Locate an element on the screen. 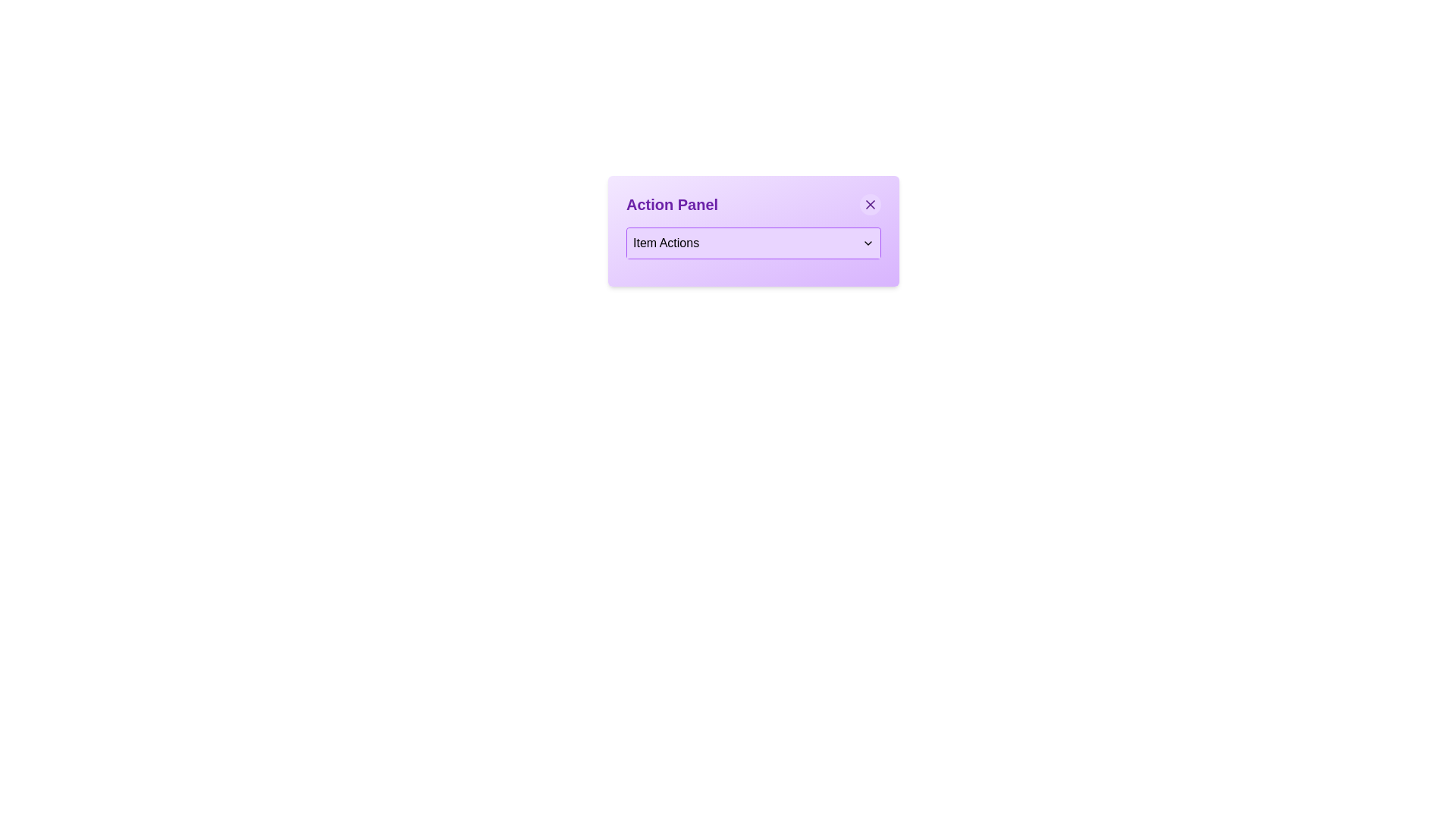 This screenshot has height=819, width=1456. the close button icon located at the top-right corner of the 'Action Panel' is located at coordinates (870, 205).